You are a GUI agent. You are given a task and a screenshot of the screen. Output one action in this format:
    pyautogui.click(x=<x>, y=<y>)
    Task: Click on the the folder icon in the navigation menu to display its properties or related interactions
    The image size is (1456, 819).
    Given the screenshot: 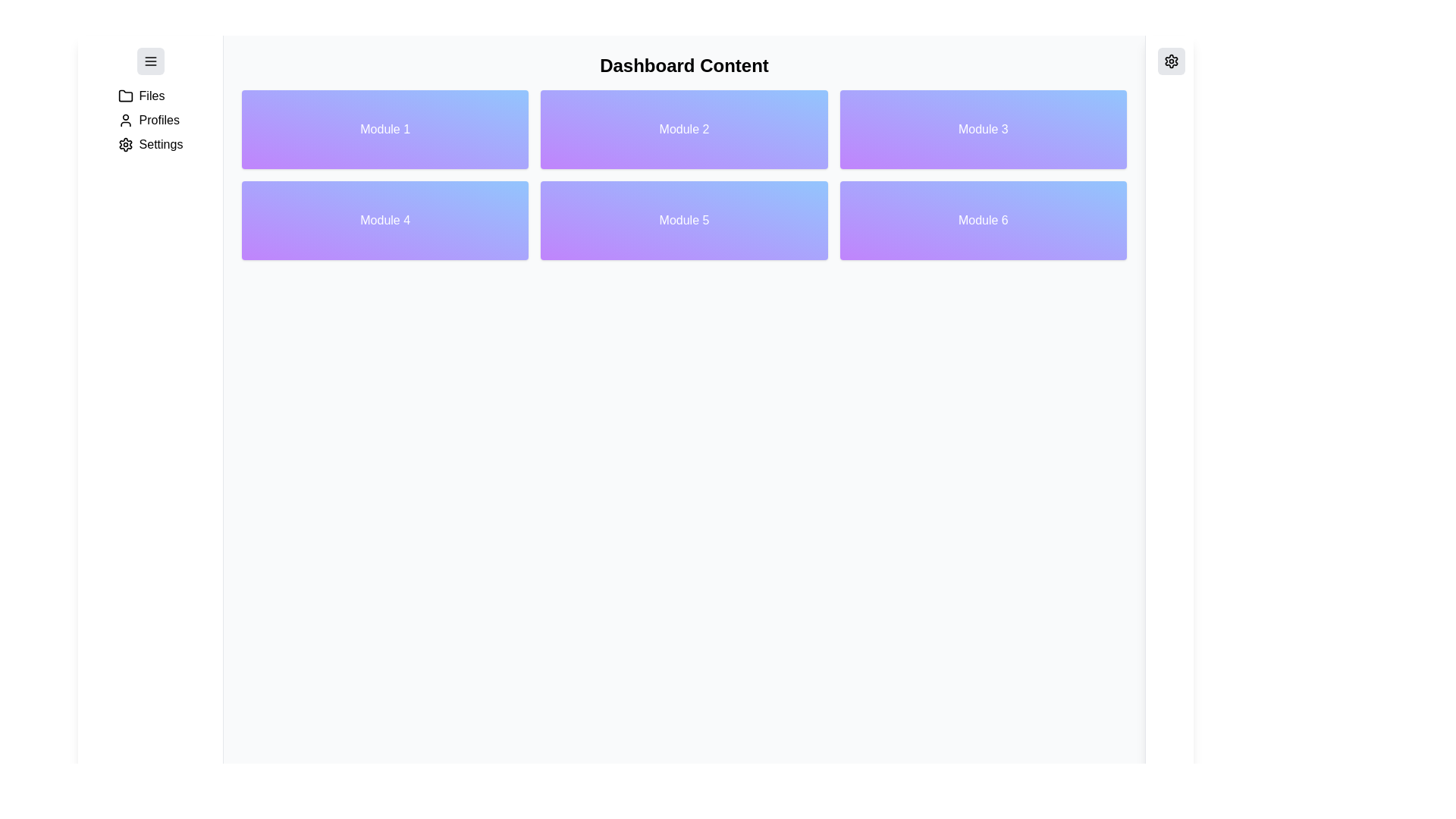 What is the action you would take?
    pyautogui.click(x=125, y=96)
    